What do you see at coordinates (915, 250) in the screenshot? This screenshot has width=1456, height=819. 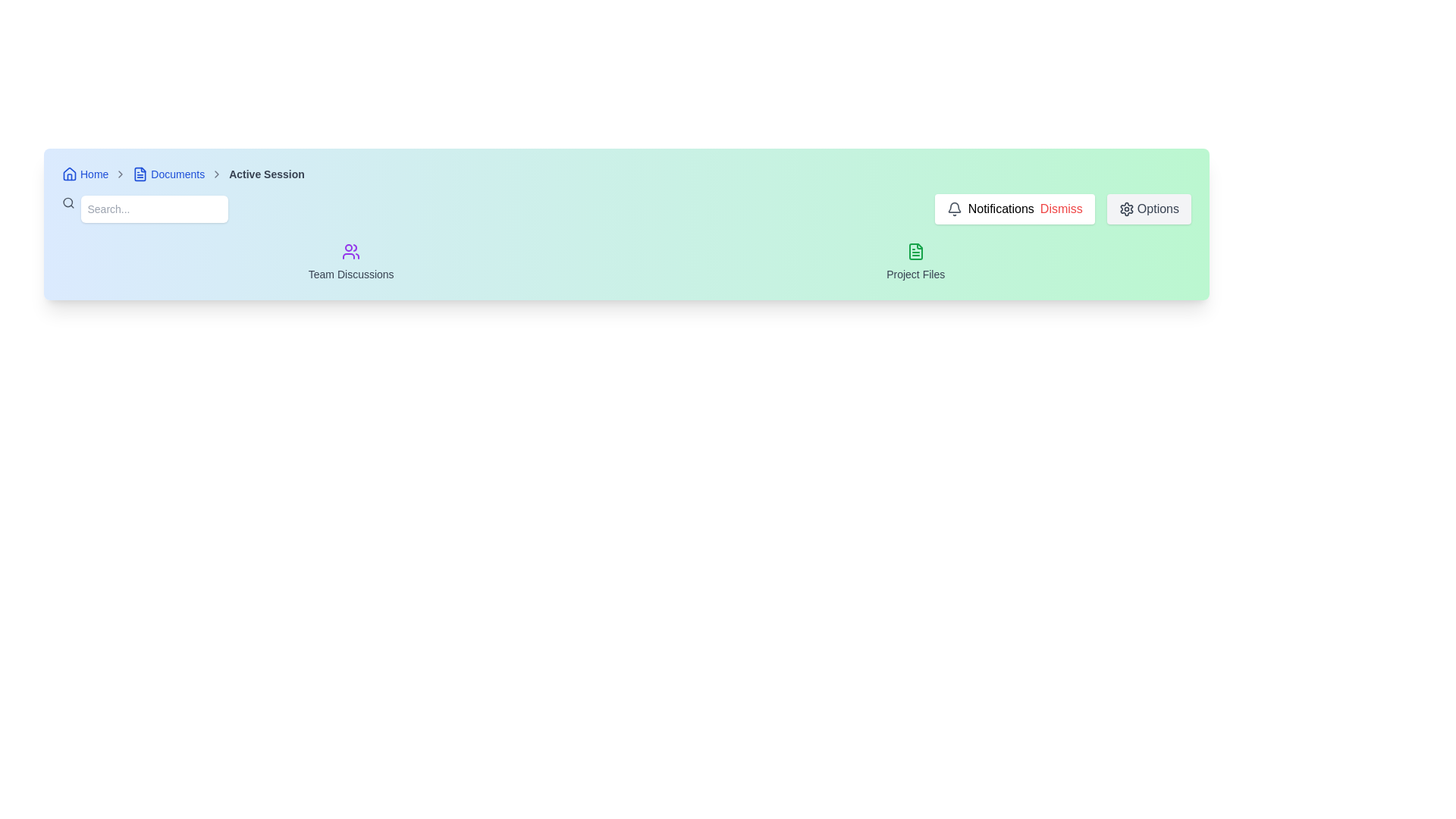 I see `the document icon located in the icon group on the right side of the header bar, positioned between the 'Notifications' and 'Options' sections` at bounding box center [915, 250].